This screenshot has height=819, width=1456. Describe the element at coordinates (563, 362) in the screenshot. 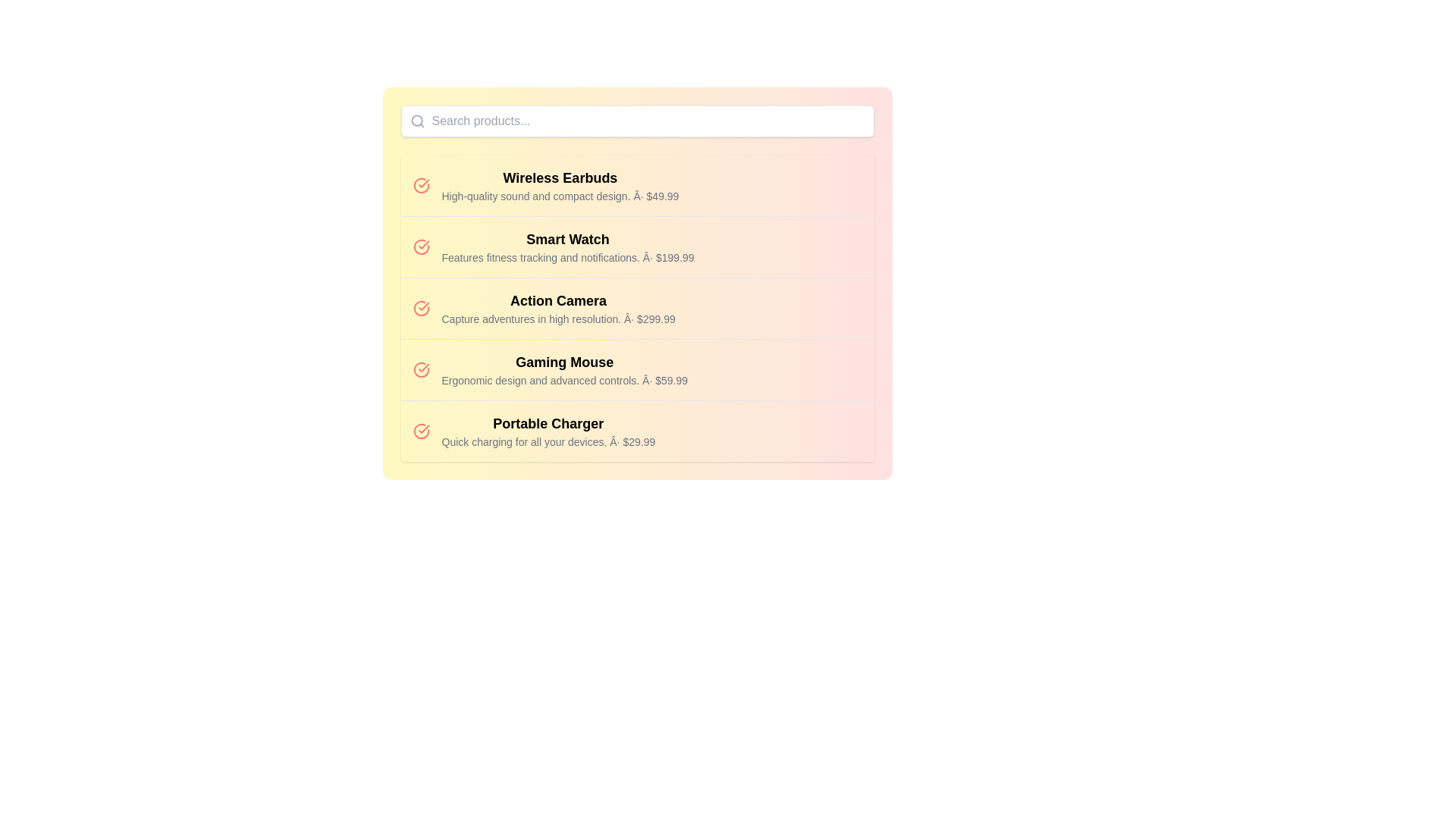

I see `the Text Label displaying 'Gaming Mouse' in the product browsing interface, which is positioned in the center-left part of the item entry` at that location.